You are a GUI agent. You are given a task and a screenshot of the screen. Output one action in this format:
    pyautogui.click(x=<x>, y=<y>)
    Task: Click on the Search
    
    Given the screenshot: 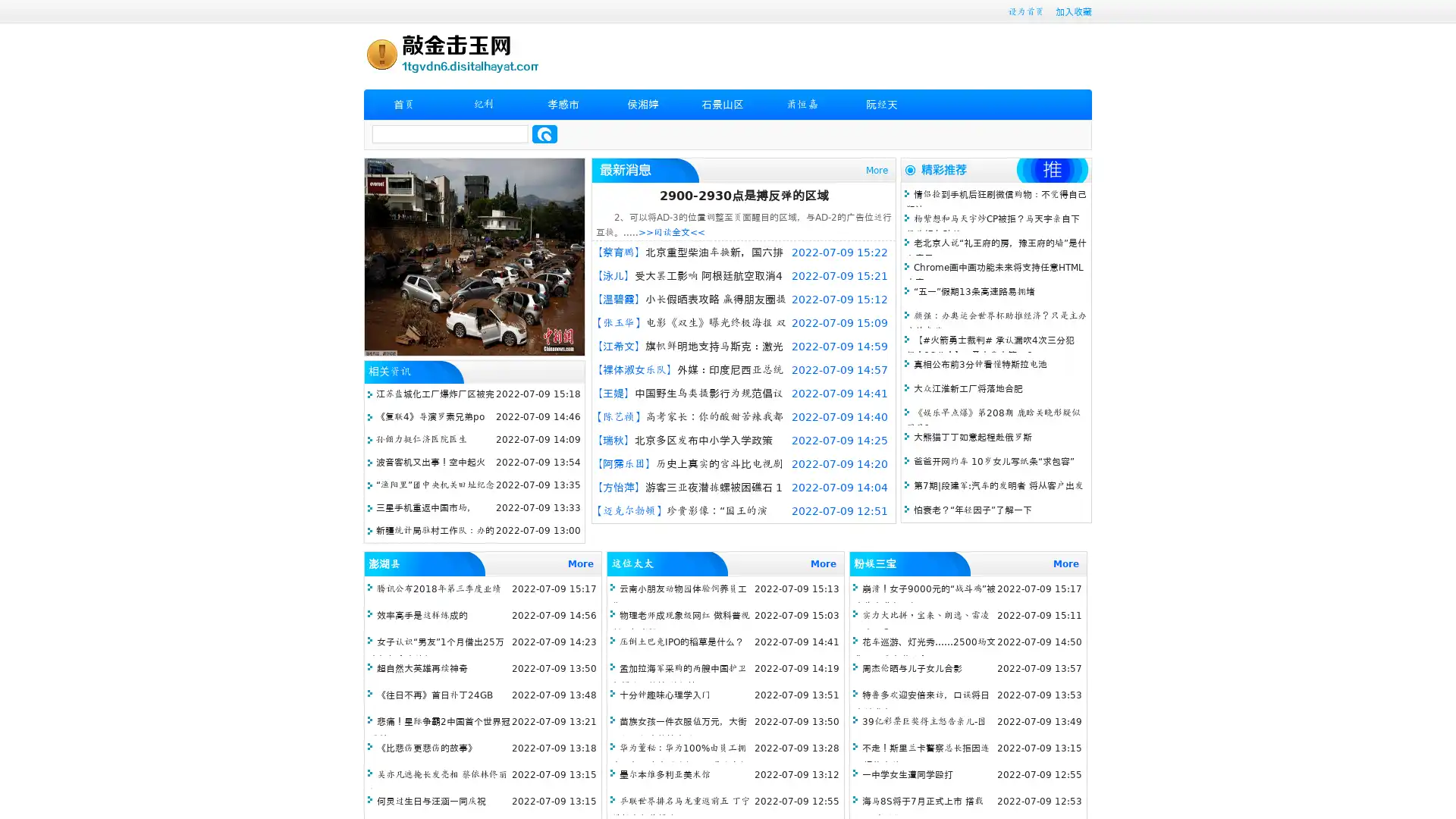 What is the action you would take?
    pyautogui.click(x=544, y=133)
    